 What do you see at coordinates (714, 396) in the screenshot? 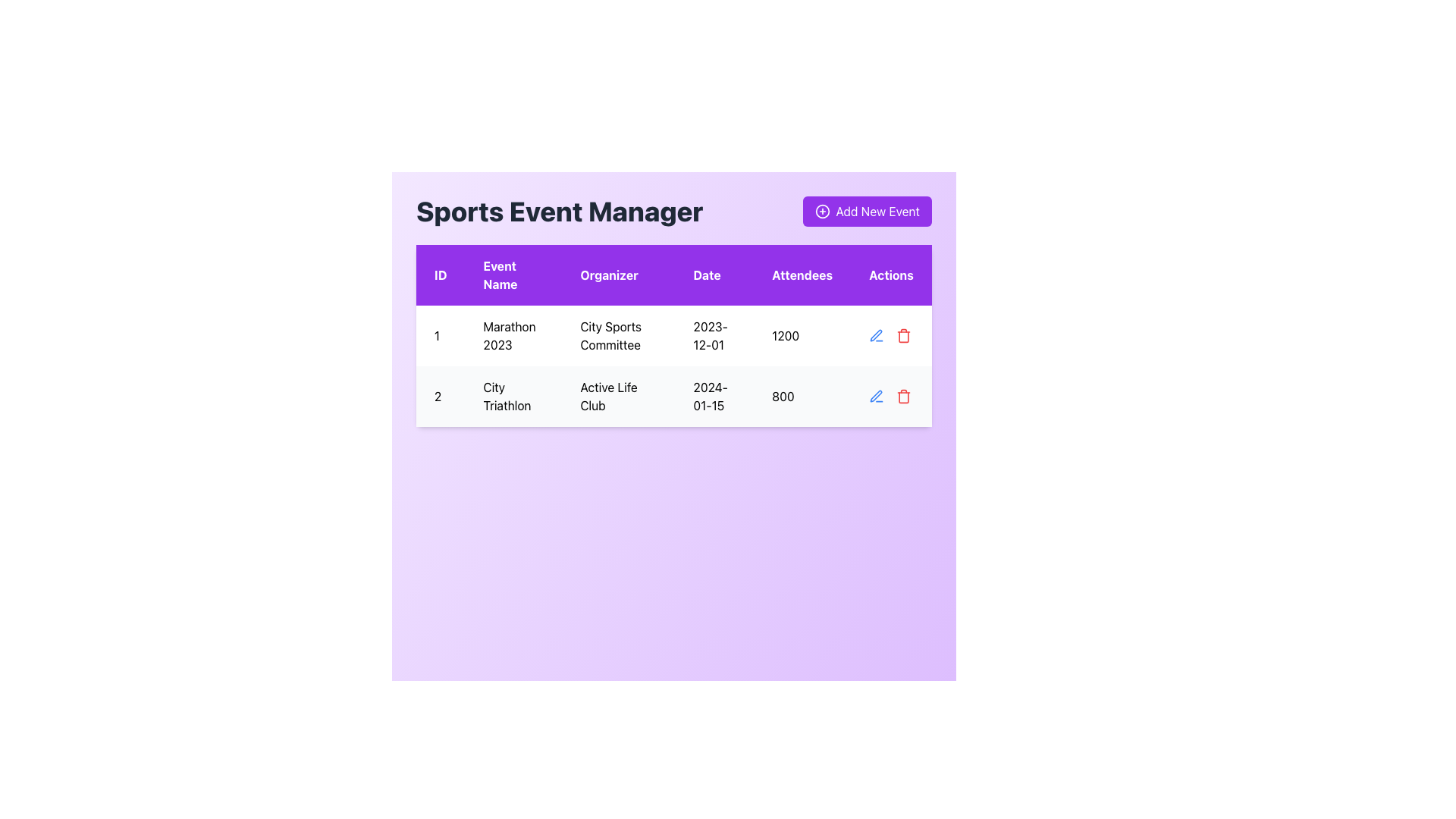
I see `text content displayed in the non-interactive text field located in the fourth column of the second row of the table, which is between the 'Active Life Club' and '800' cells` at bounding box center [714, 396].